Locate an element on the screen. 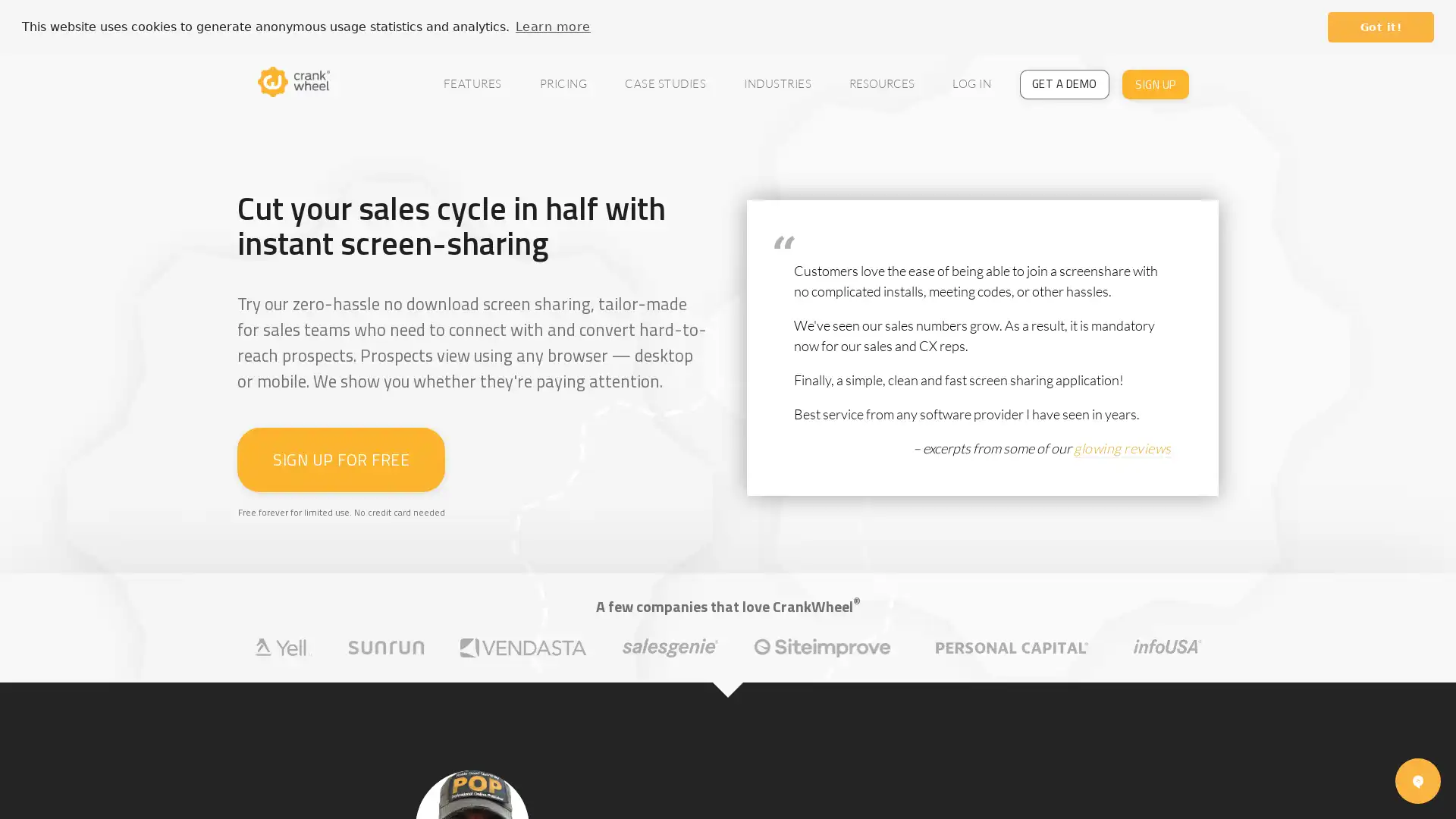  learn more about cookies is located at coordinates (552, 26).